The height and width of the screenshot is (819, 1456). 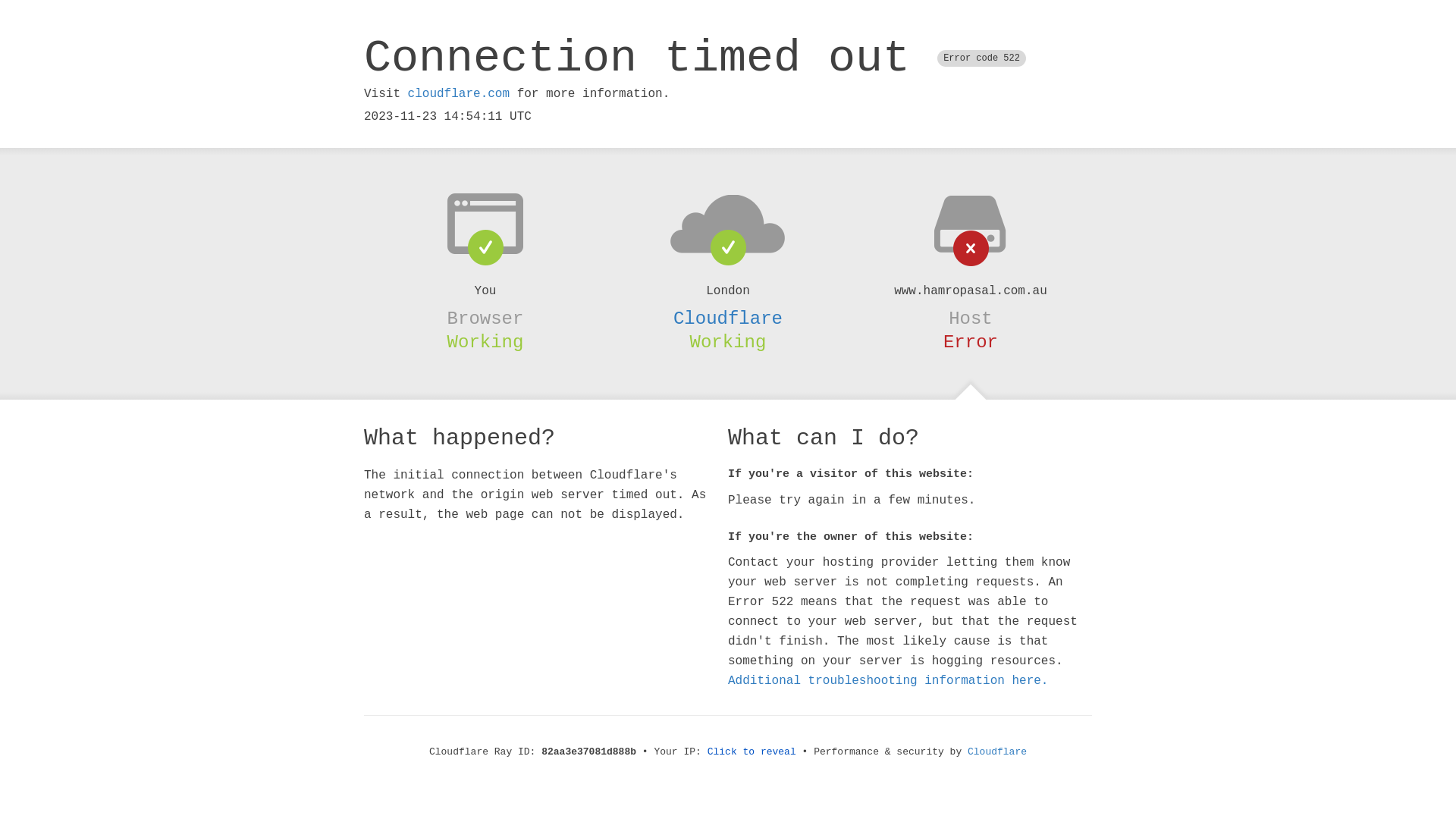 I want to click on 'cloudflare.com', so click(x=457, y=93).